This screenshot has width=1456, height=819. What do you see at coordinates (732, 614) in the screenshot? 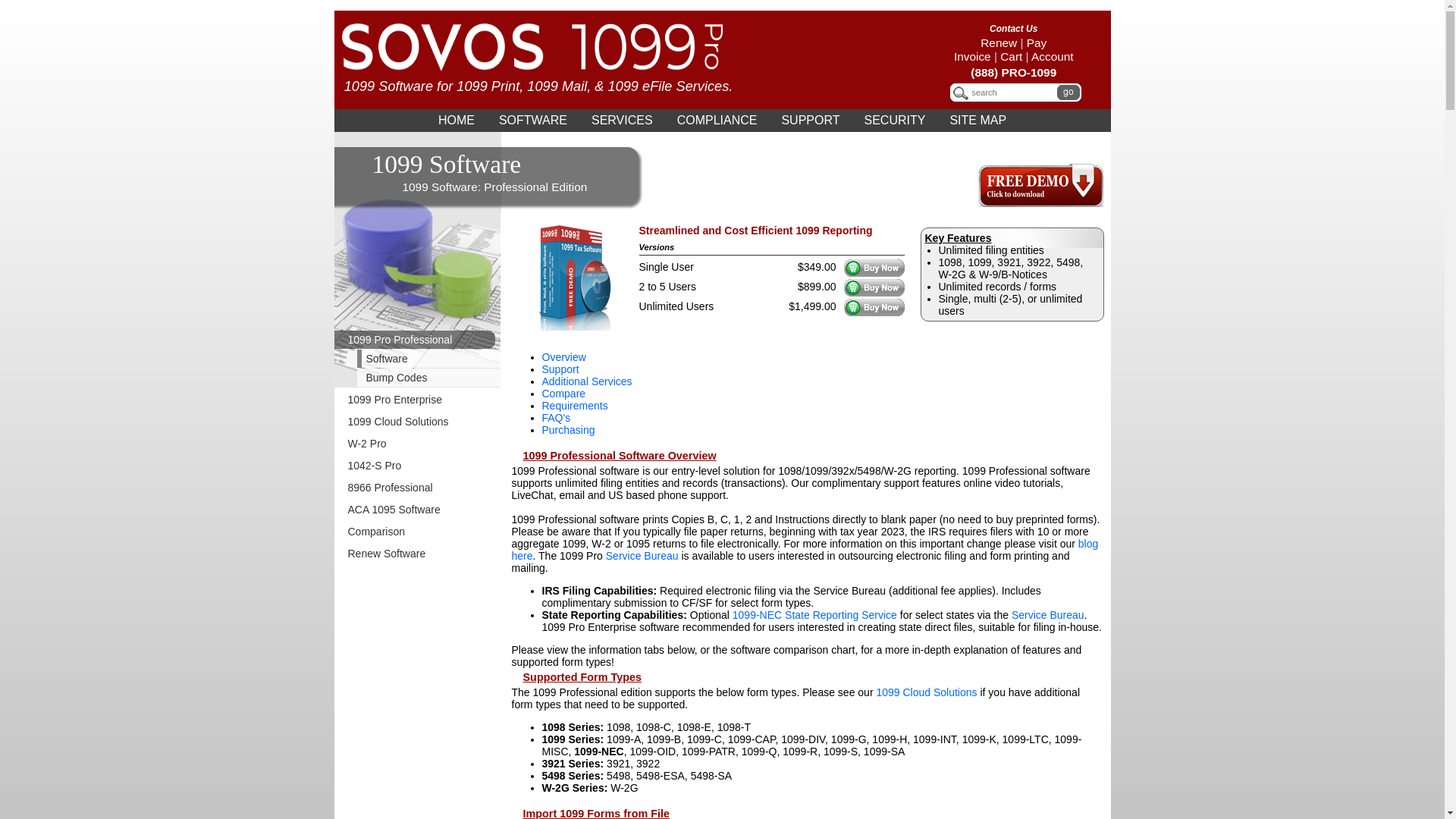
I see `'1099-NEC State Reporting Service'` at bounding box center [732, 614].